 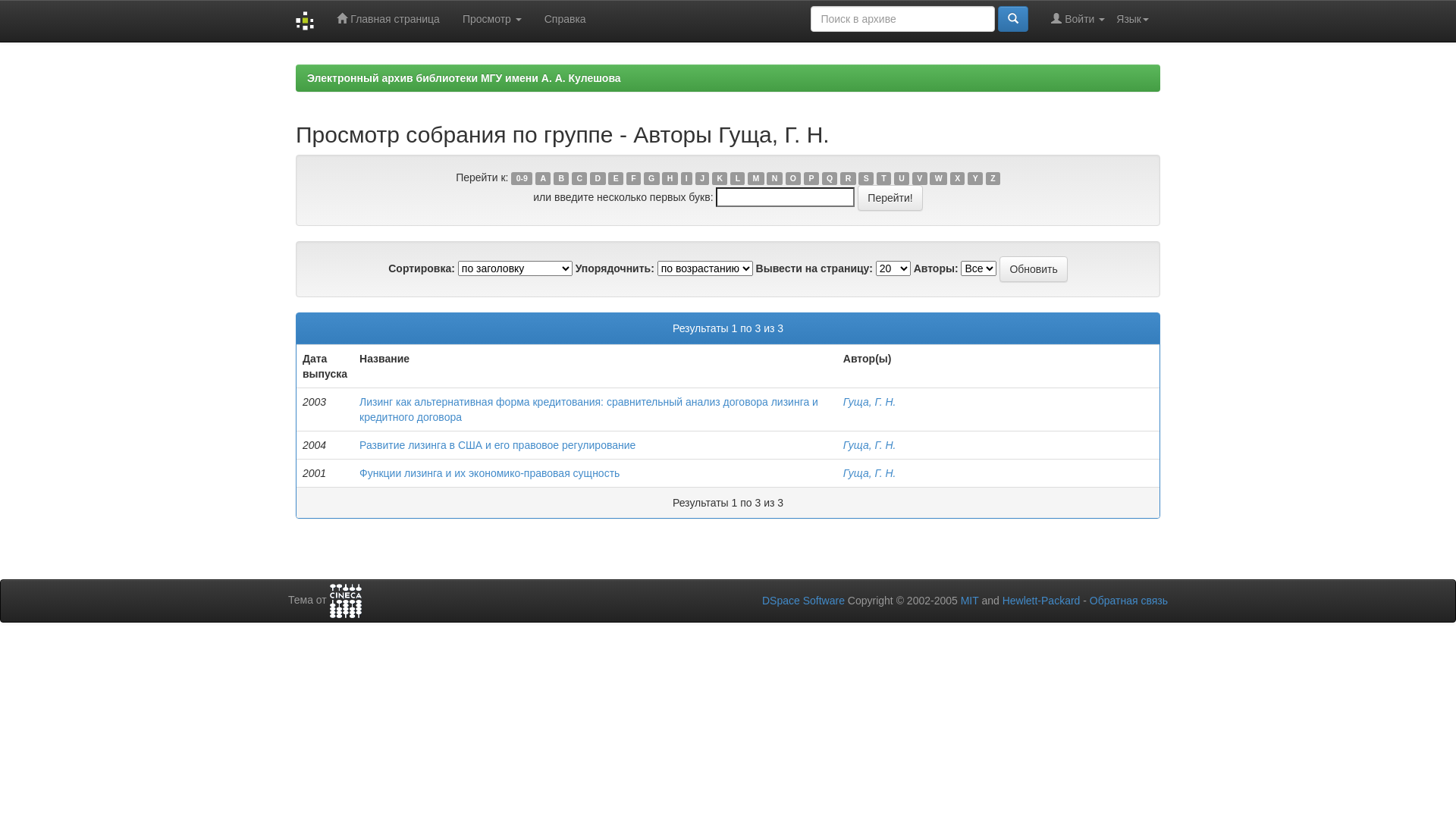 I want to click on 'L', so click(x=737, y=177).